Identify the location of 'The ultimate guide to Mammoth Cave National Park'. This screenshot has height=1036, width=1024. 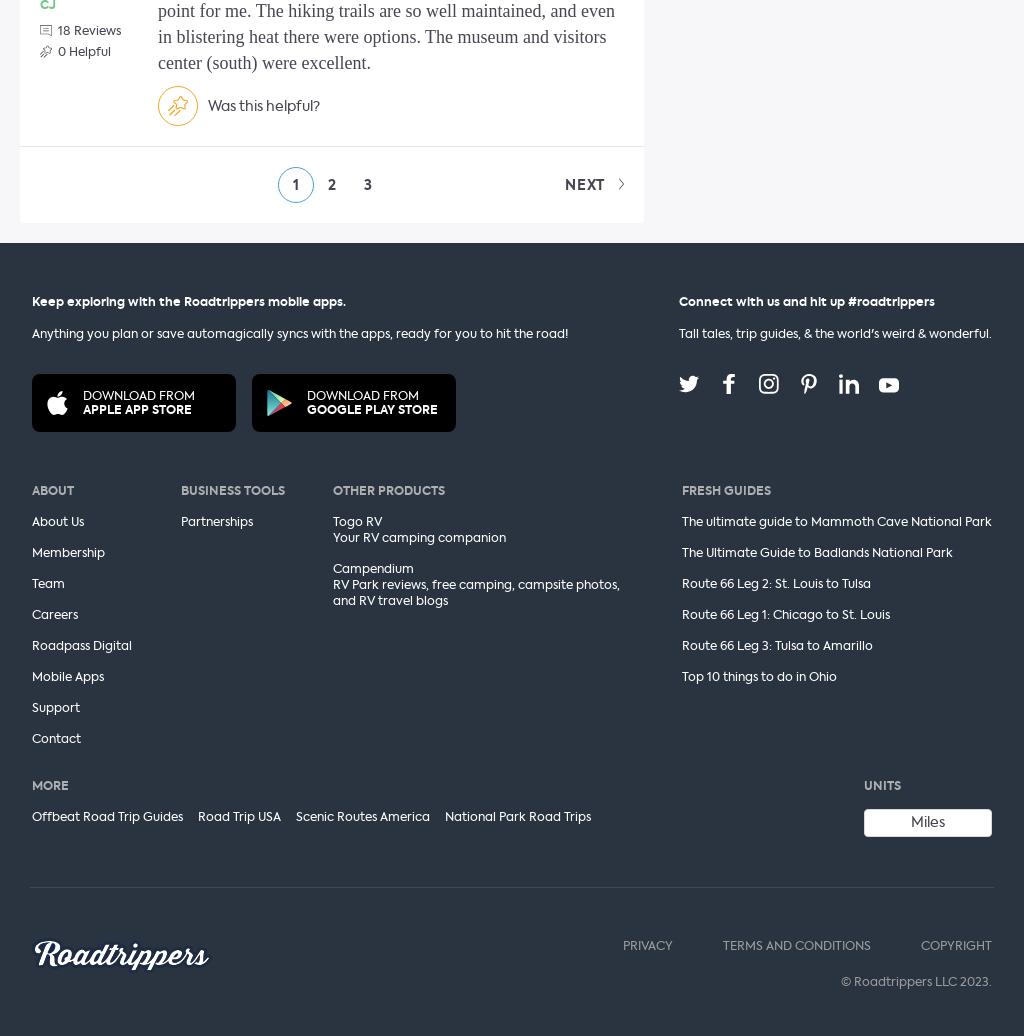
(834, 522).